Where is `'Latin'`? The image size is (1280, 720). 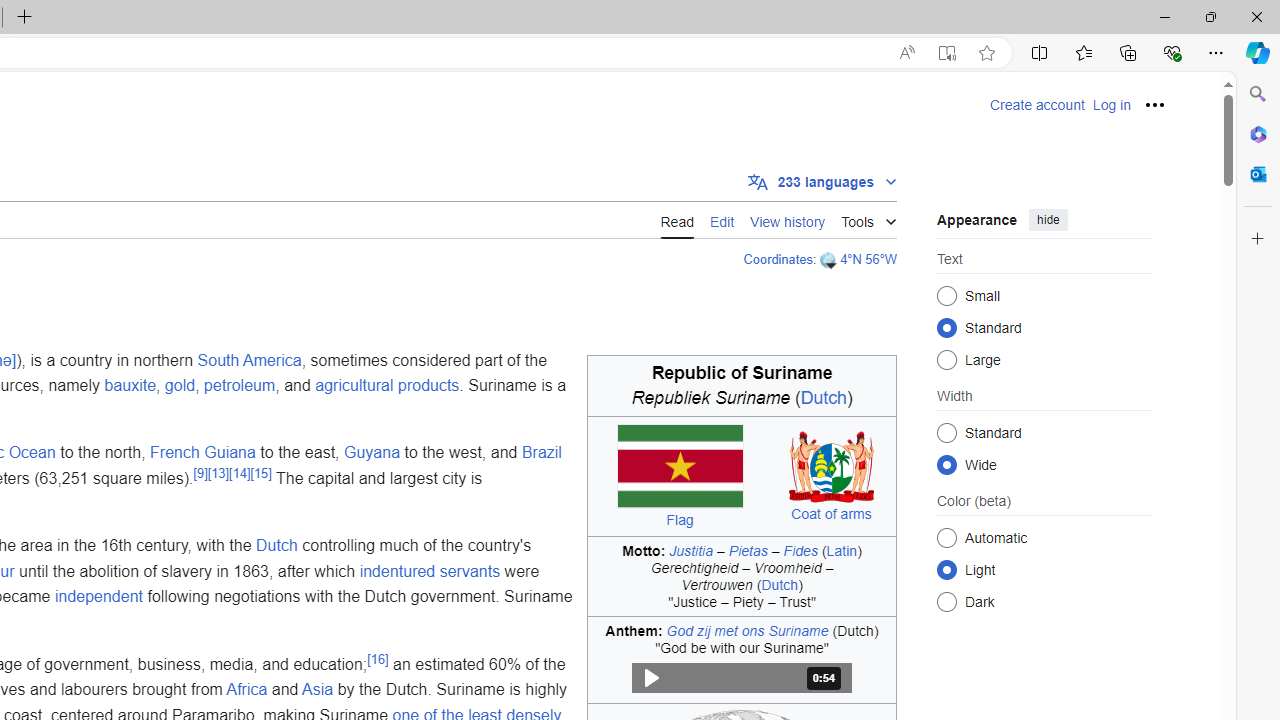
'Latin' is located at coordinates (841, 550).